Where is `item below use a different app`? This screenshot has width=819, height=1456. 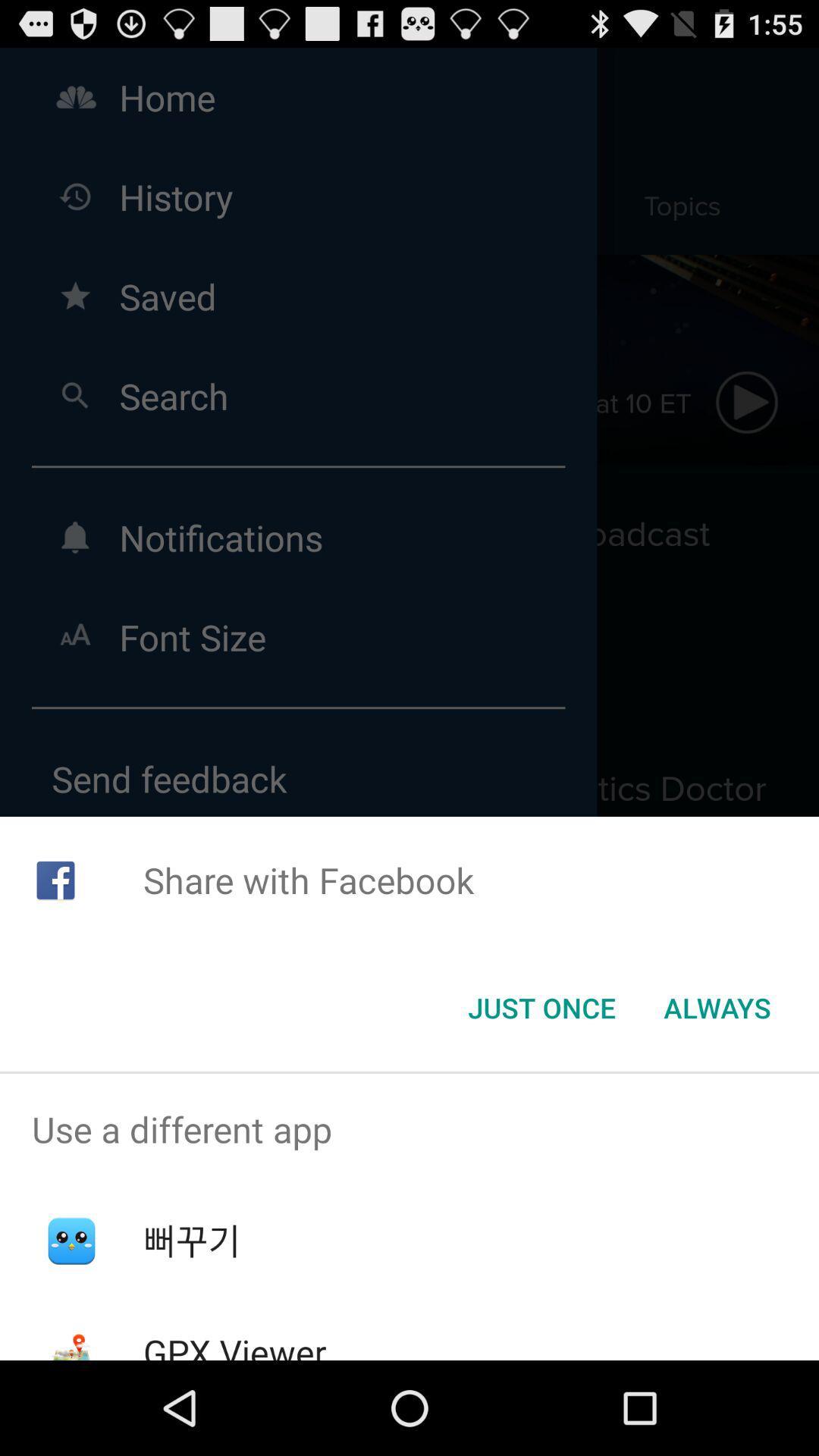
item below use a different app is located at coordinates (191, 1241).